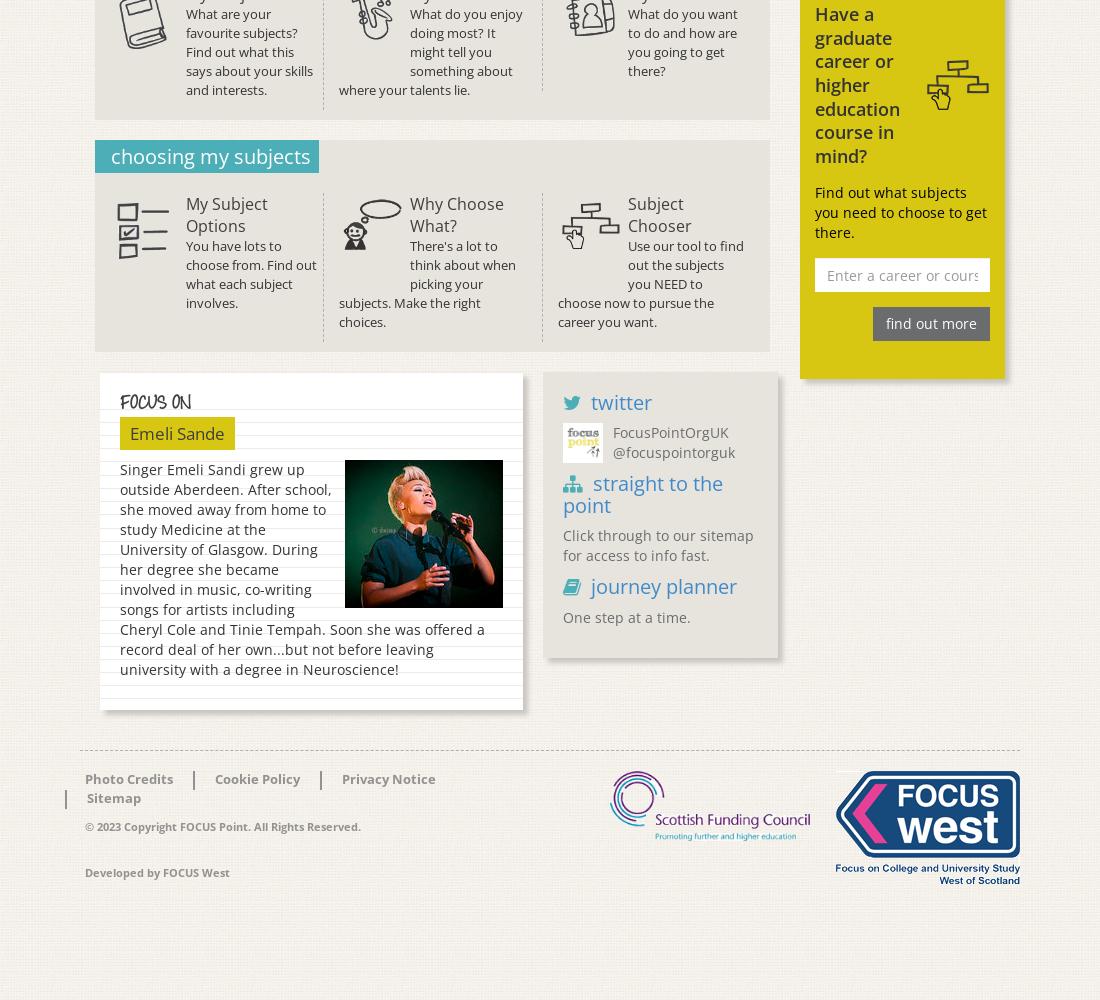 The image size is (1100, 1000). I want to click on 'Choosing My Subjects', so click(110, 155).